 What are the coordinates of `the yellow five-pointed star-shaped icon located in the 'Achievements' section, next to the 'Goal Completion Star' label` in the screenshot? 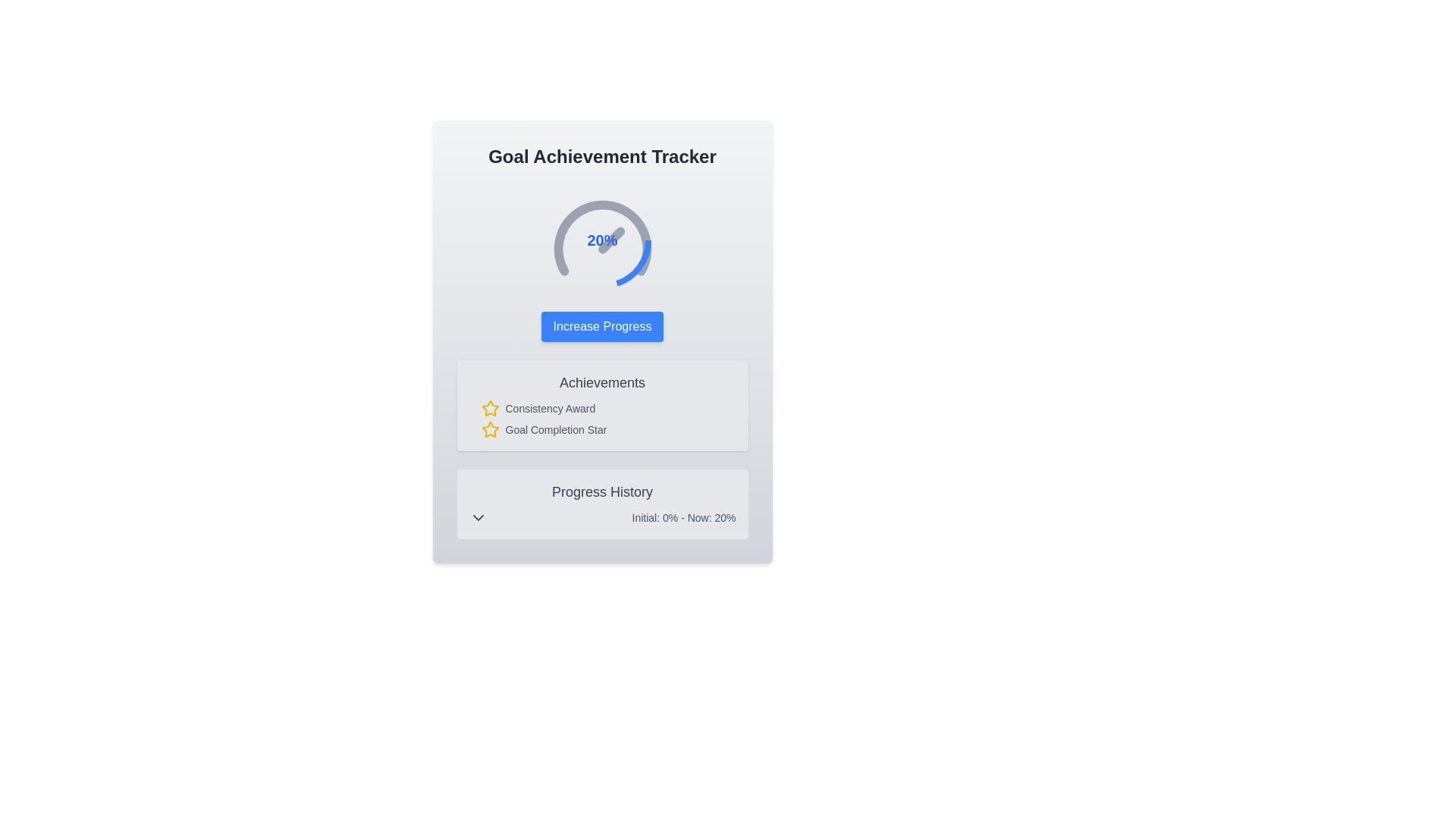 It's located at (490, 407).